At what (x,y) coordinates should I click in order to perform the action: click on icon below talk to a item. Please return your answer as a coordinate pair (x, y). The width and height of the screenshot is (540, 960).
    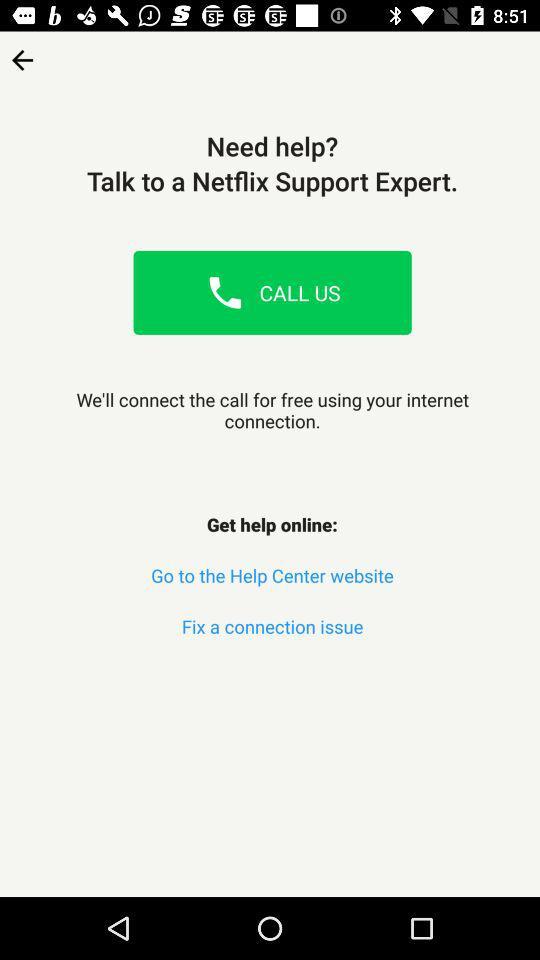
    Looking at the image, I should click on (224, 291).